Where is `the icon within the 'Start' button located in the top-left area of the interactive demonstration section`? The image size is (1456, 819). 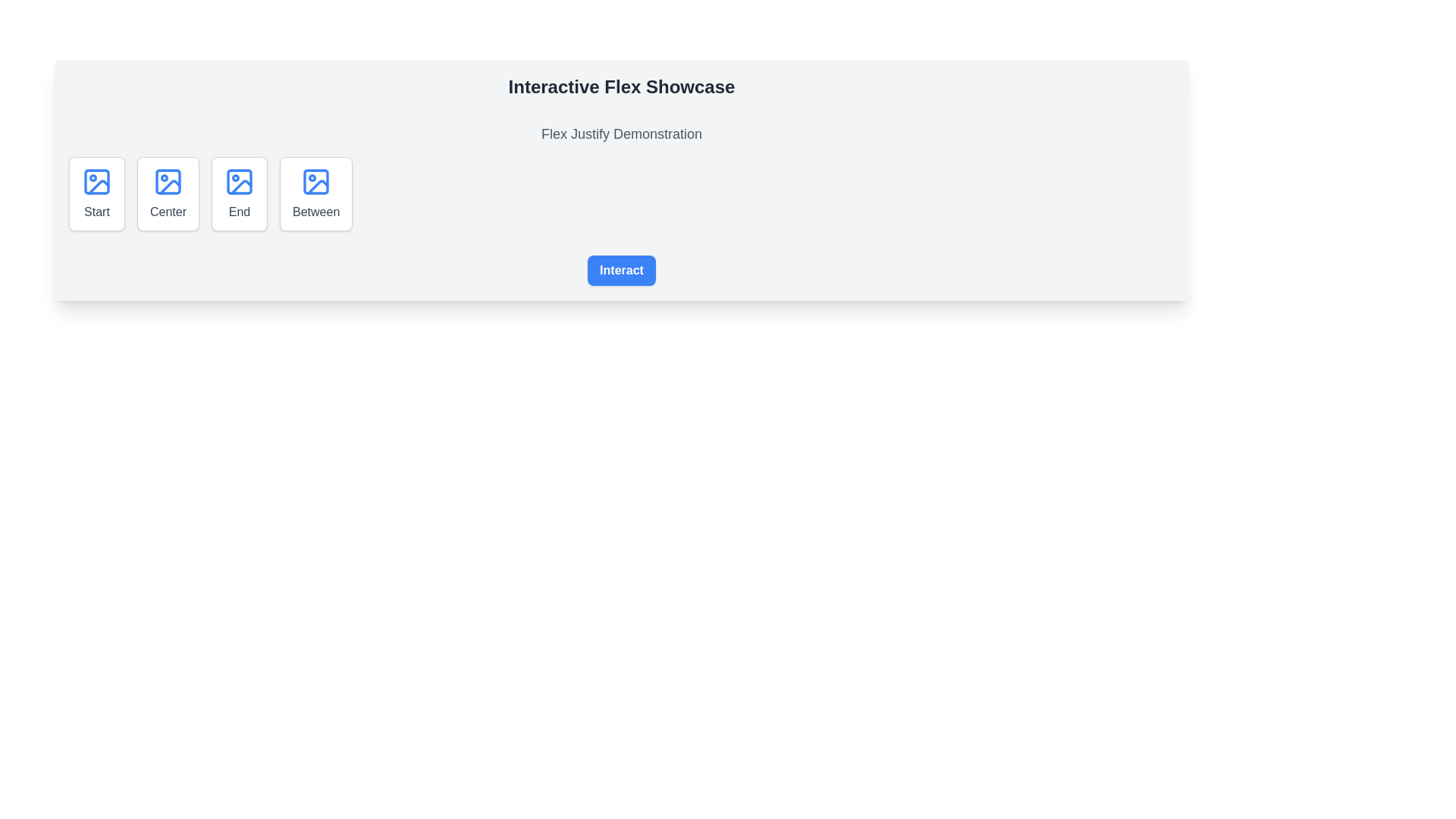 the icon within the 'Start' button located in the top-left area of the interactive demonstration section is located at coordinates (96, 180).